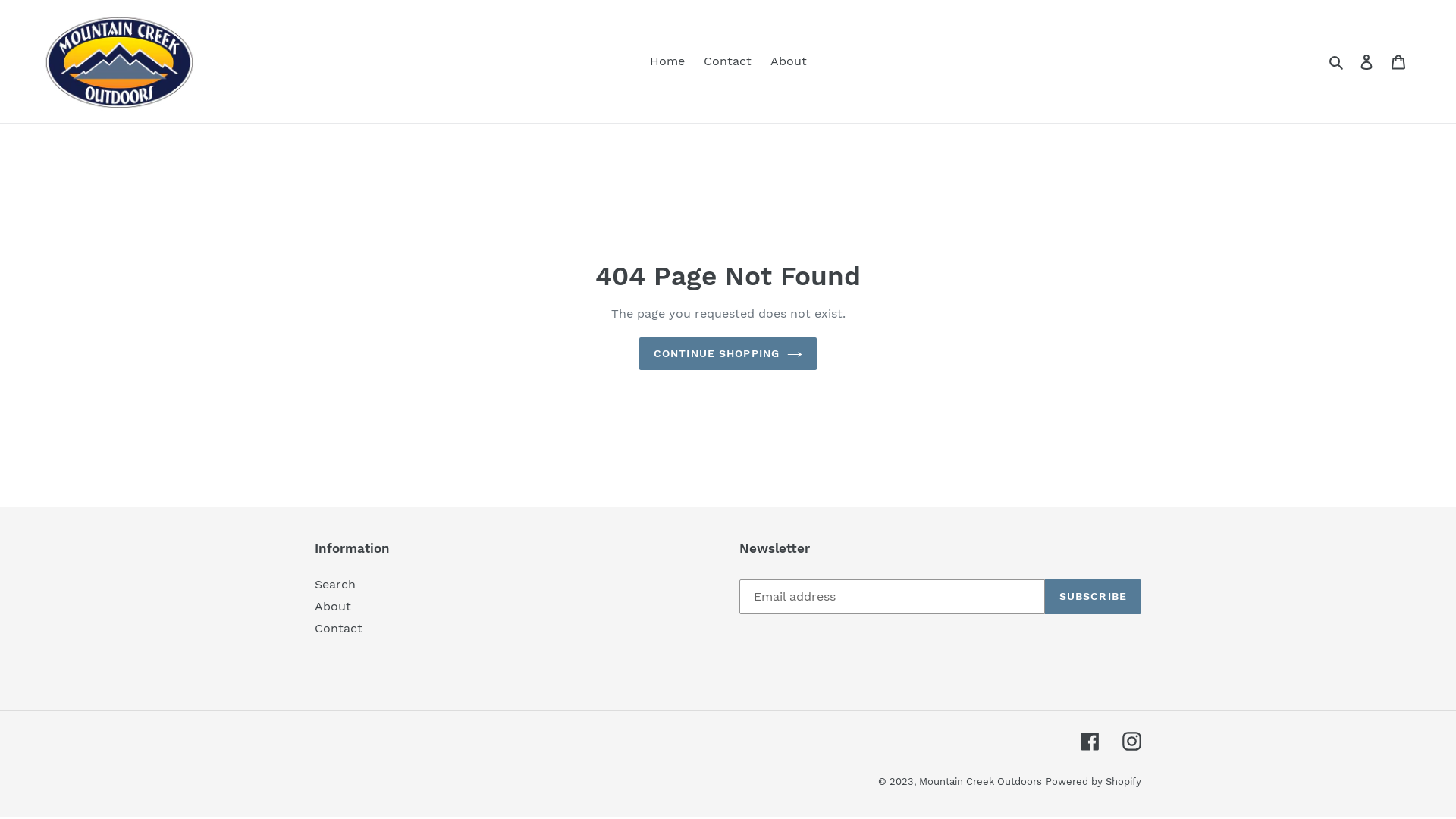 The width and height of the screenshot is (1456, 819). Describe the element at coordinates (1089, 741) in the screenshot. I see `'Facebook'` at that location.